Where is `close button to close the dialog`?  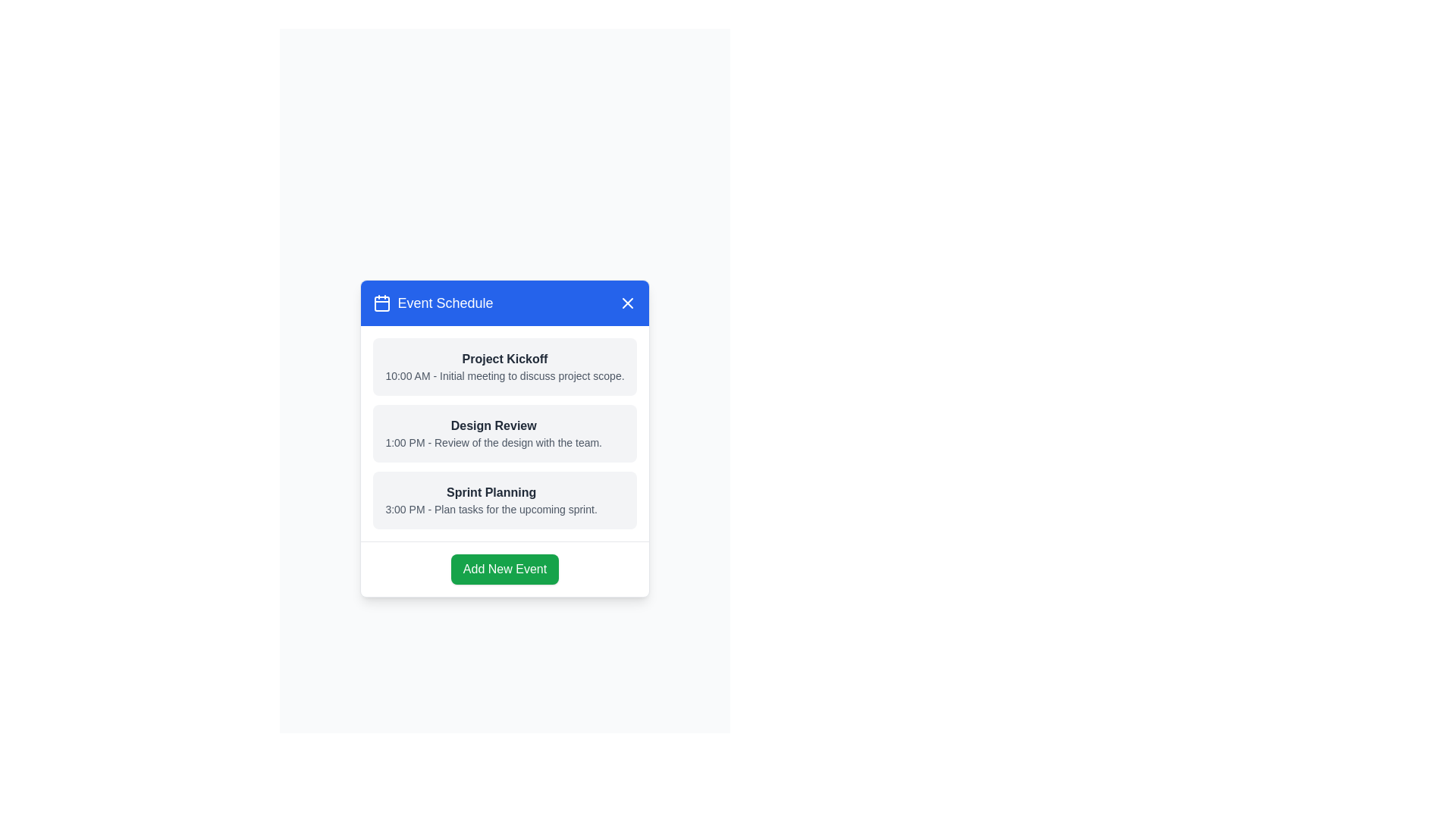 close button to close the dialog is located at coordinates (627, 303).